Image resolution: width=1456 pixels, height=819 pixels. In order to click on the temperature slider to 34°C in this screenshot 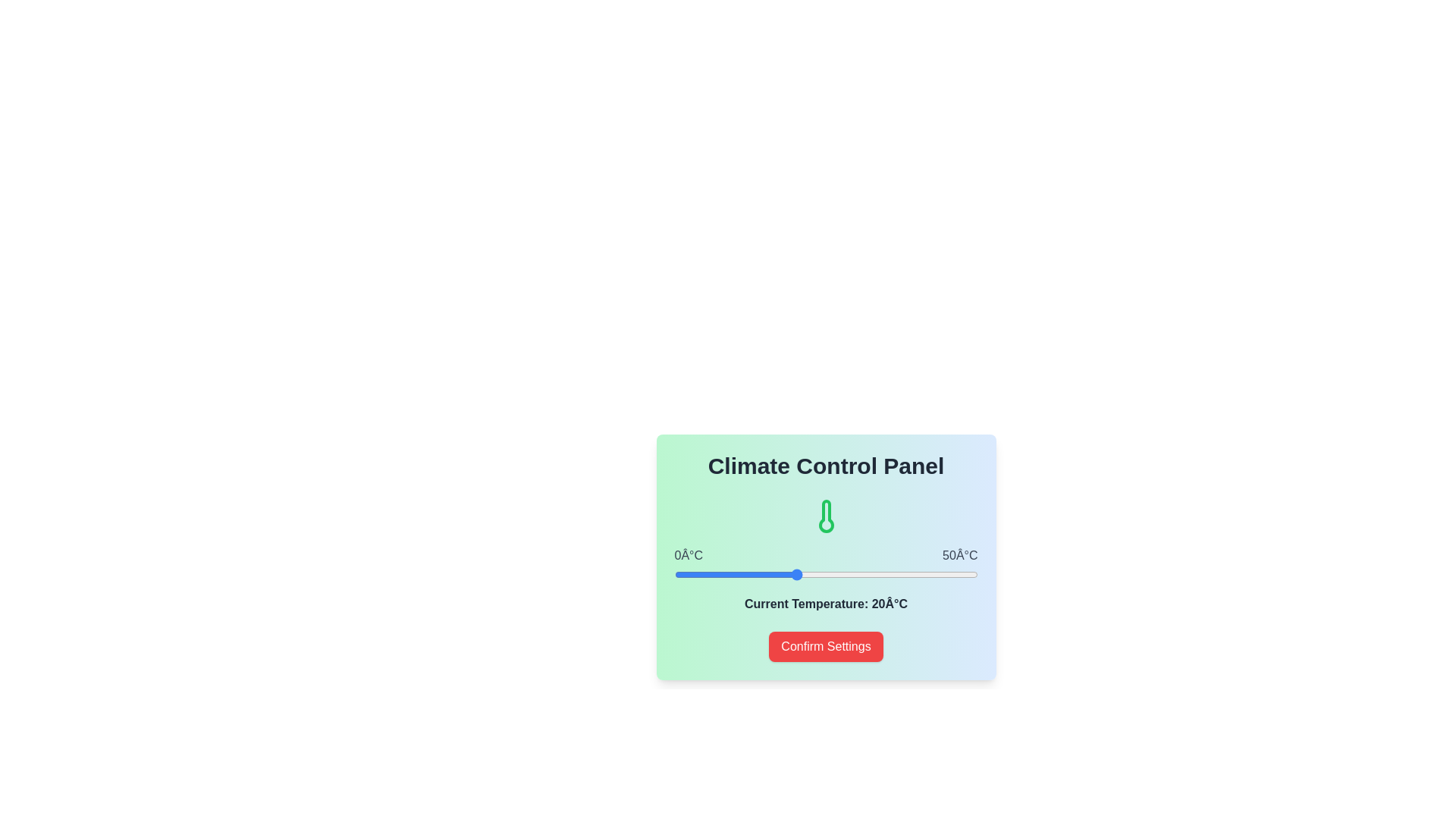, I will do `click(880, 575)`.